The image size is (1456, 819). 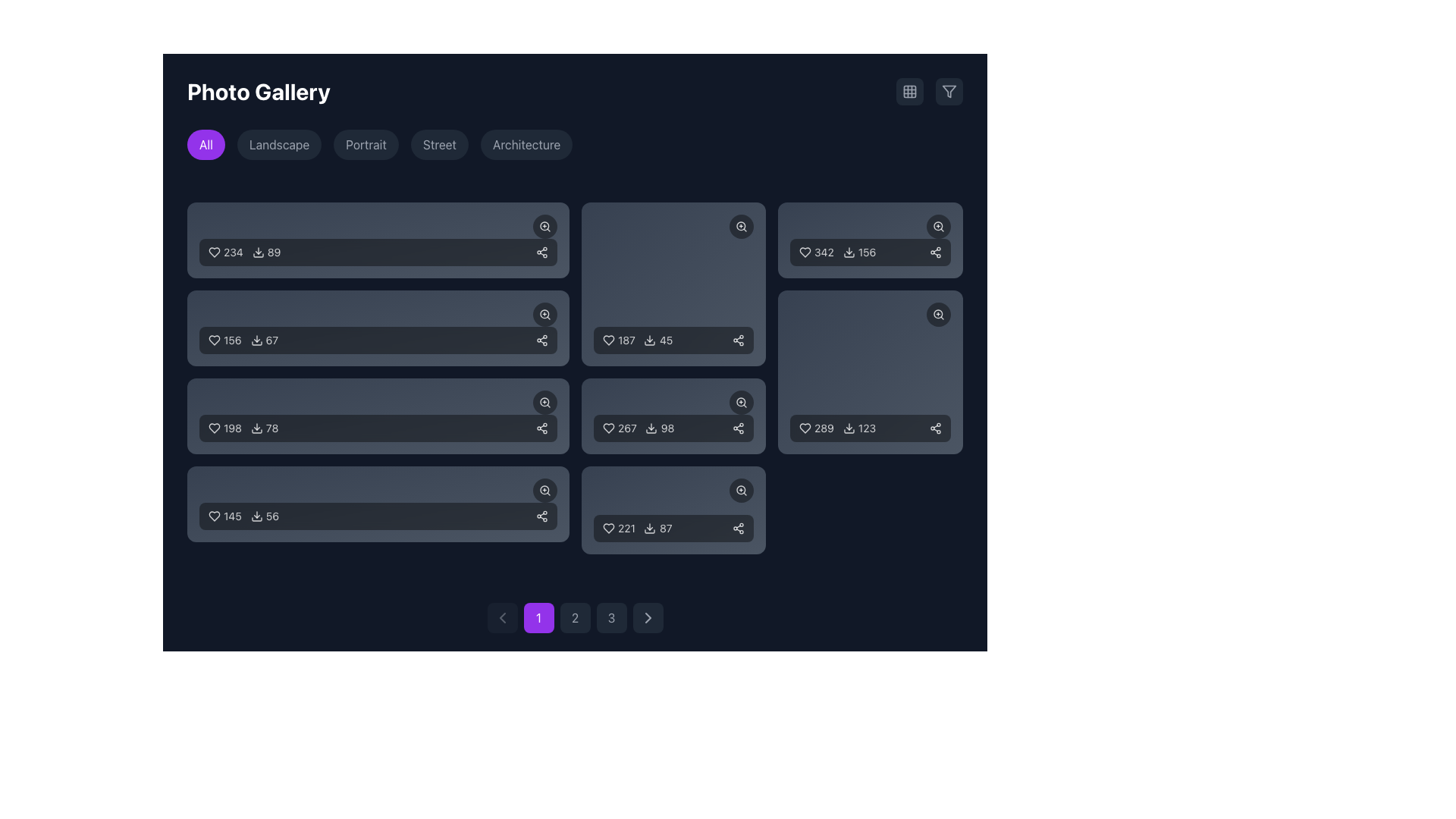 What do you see at coordinates (608, 339) in the screenshot?
I see `the heart icon located in the card with numbers '187' and '45'` at bounding box center [608, 339].